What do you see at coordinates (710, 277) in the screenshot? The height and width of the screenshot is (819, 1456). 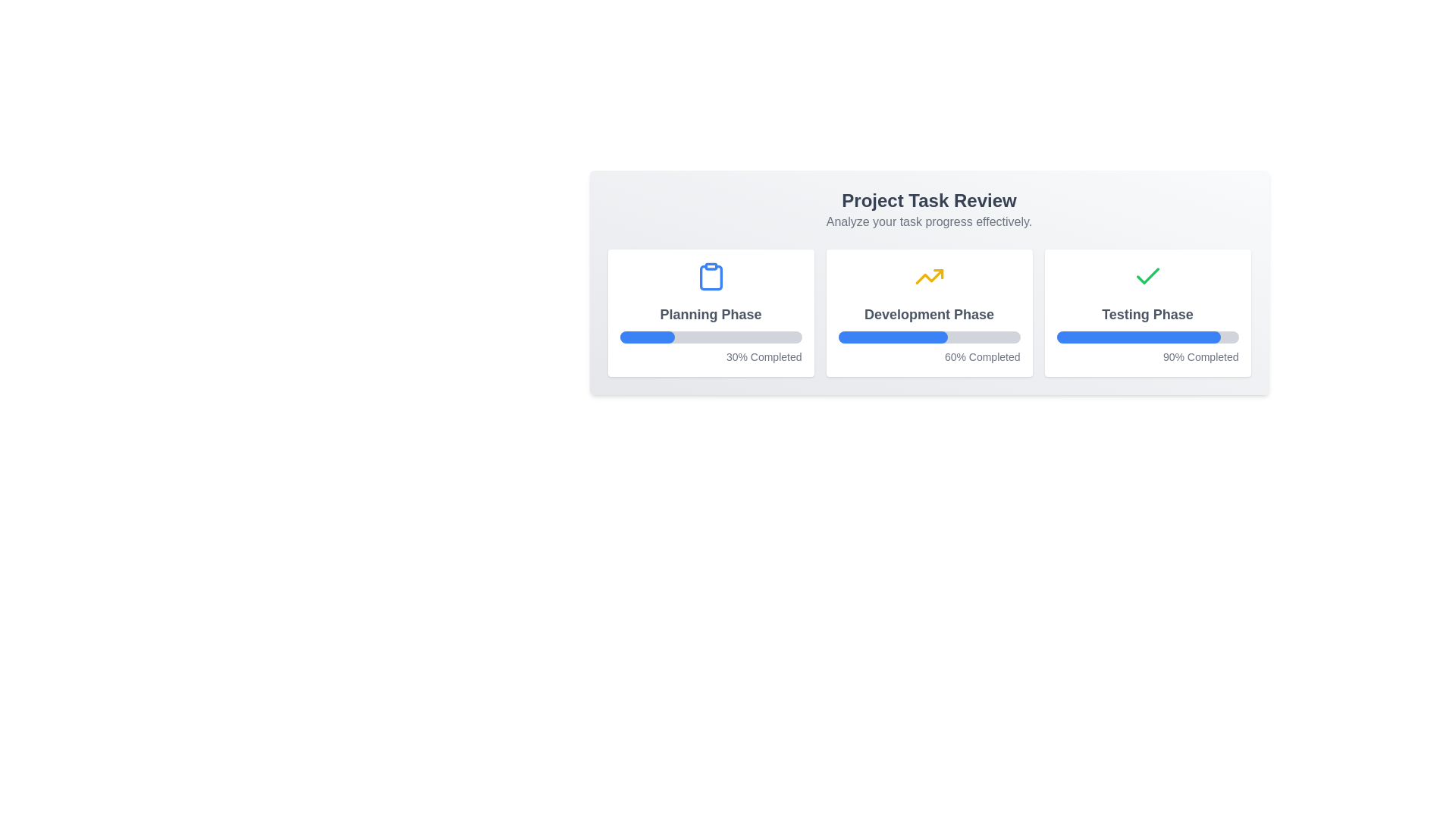 I see `the Planning Phase icon located above the Planning Phase text and progress bar in the Project Task Review component` at bounding box center [710, 277].